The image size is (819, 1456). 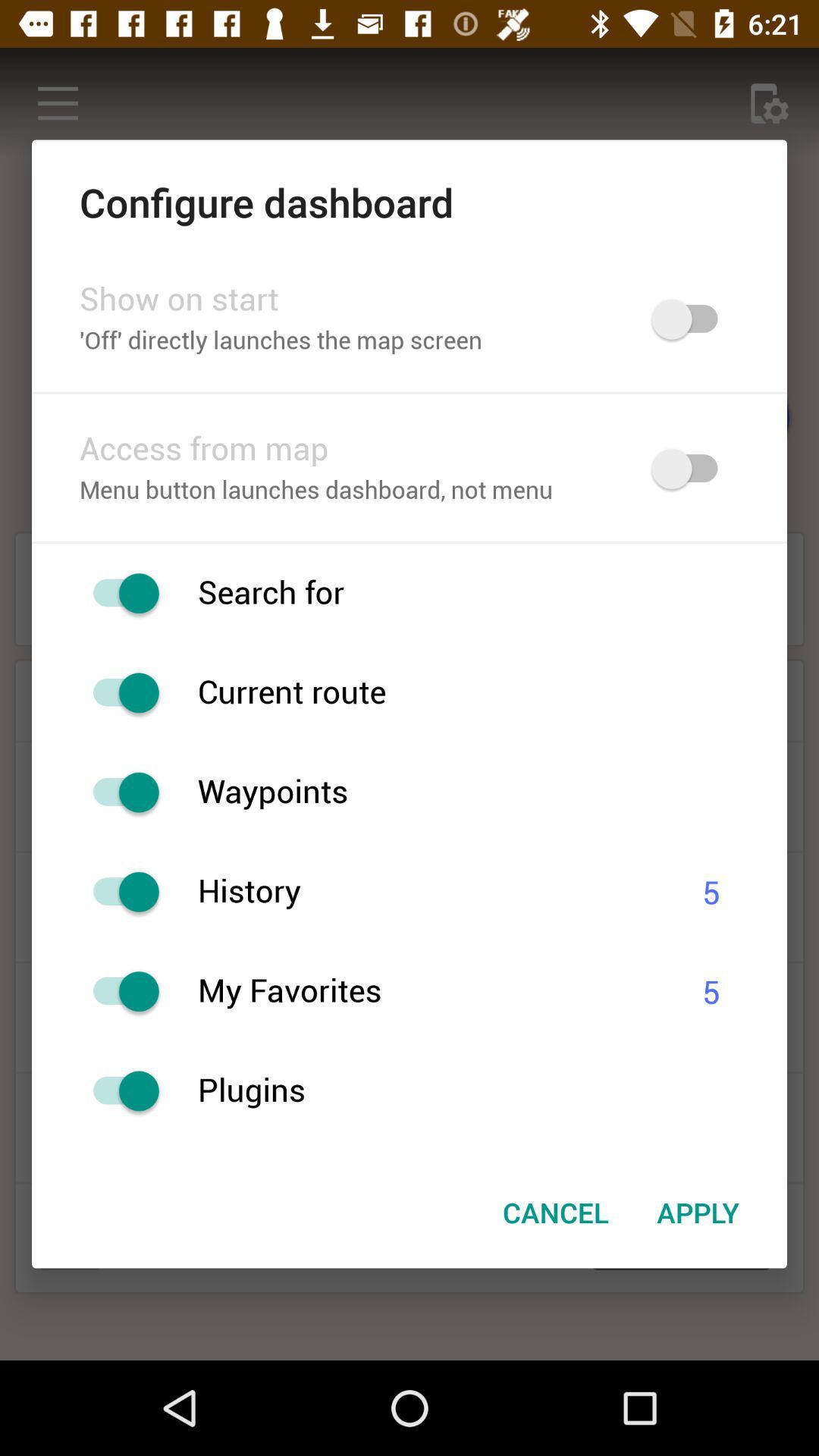 What do you see at coordinates (346, 300) in the screenshot?
I see `the item below configure dashboard` at bounding box center [346, 300].